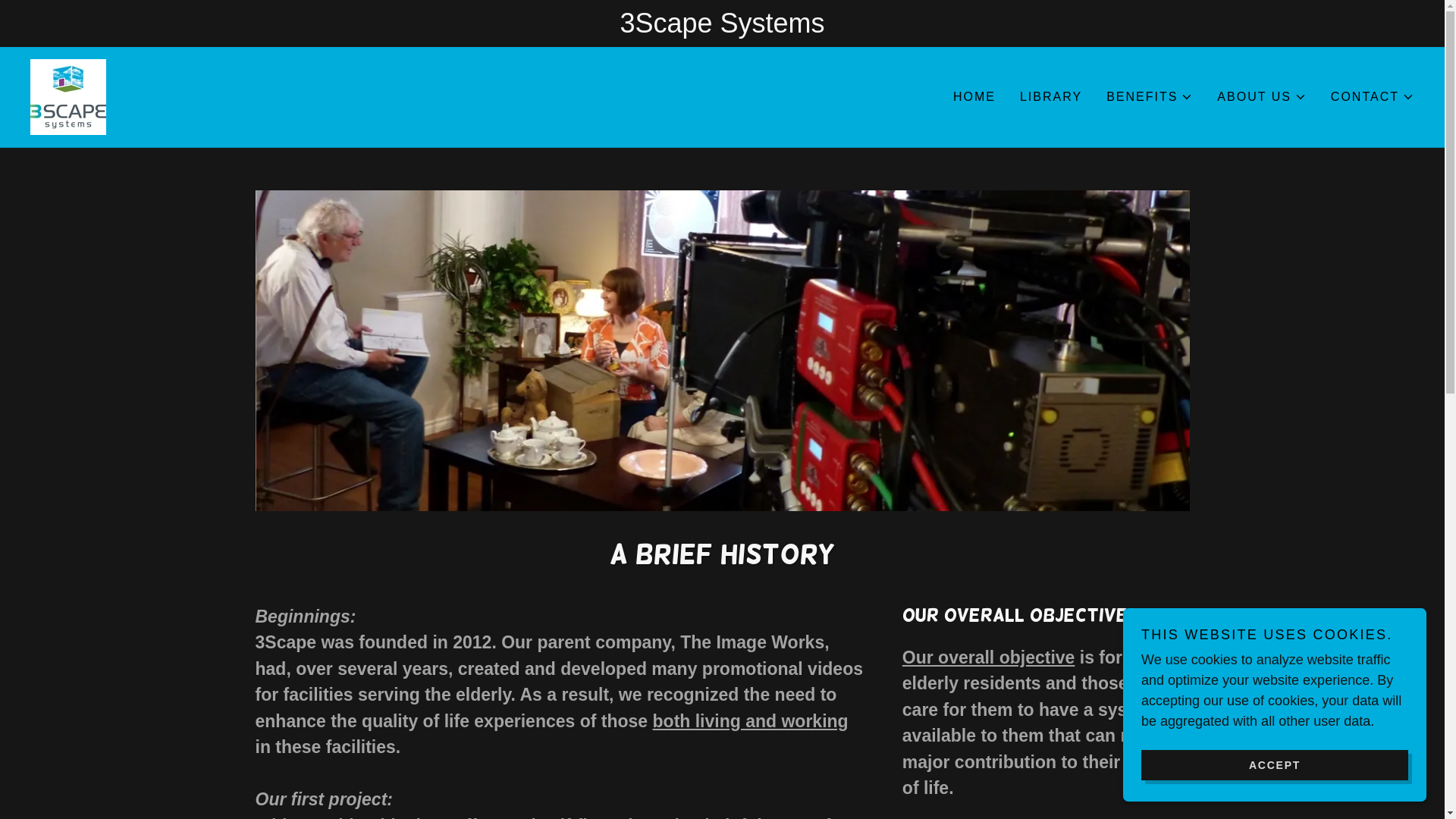 The height and width of the screenshot is (819, 1456). Describe the element at coordinates (1274, 764) in the screenshot. I see `'ACCEPT'` at that location.